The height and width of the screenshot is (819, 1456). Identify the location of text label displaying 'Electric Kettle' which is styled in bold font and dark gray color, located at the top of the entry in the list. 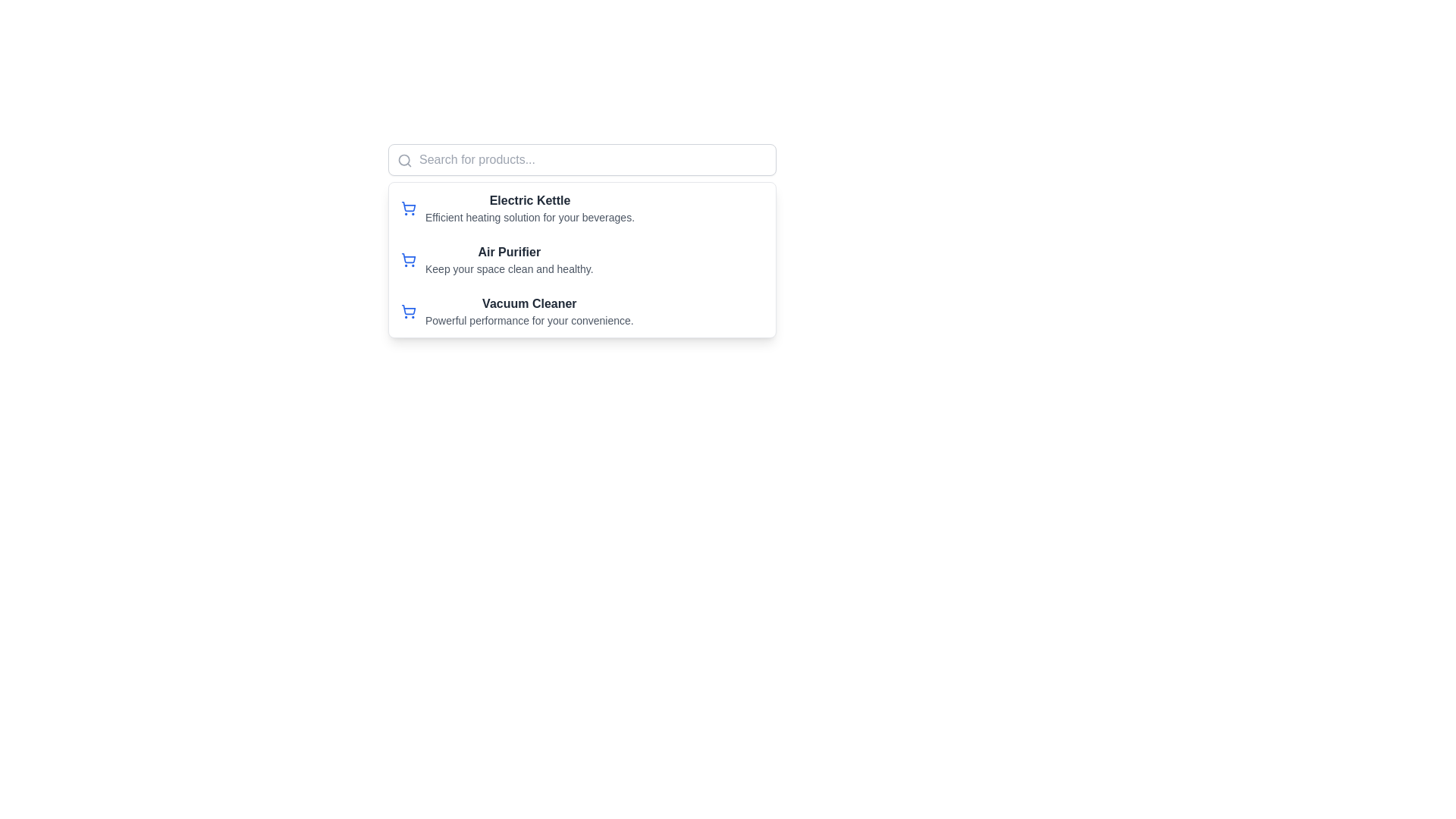
(530, 200).